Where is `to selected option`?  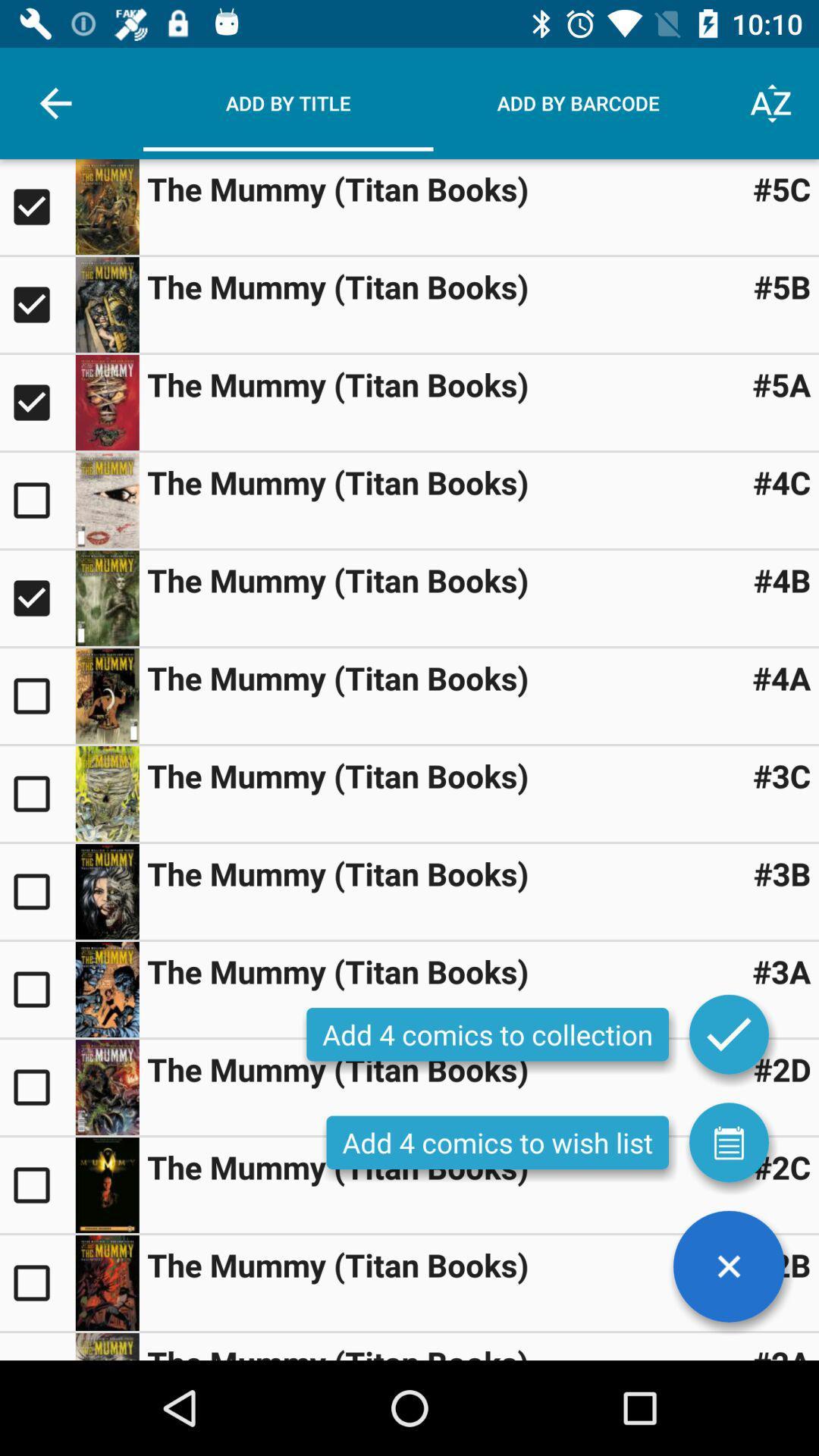 to selected option is located at coordinates (36, 695).